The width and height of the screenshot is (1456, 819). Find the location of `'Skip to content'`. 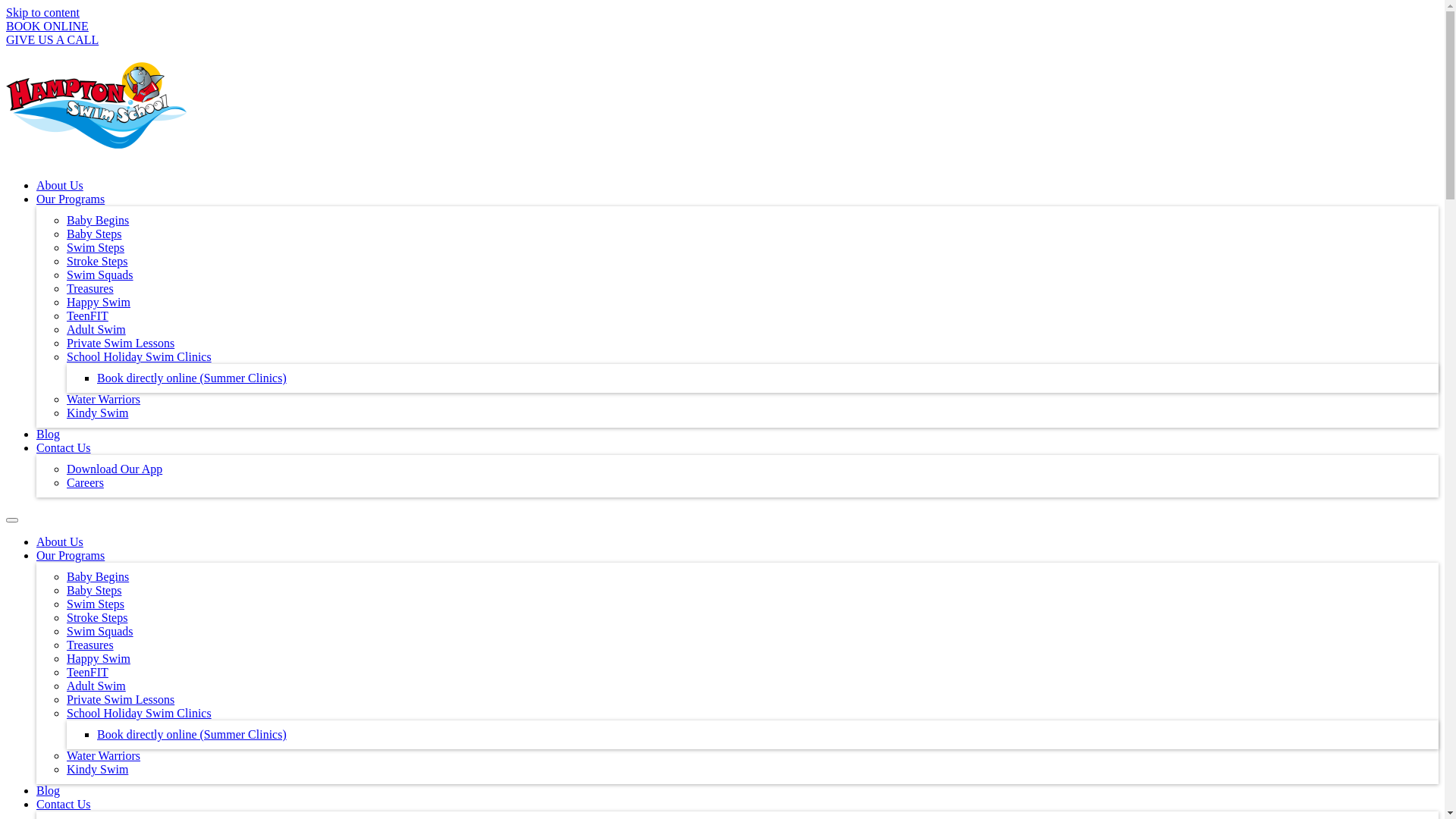

'Skip to content' is located at coordinates (6, 12).